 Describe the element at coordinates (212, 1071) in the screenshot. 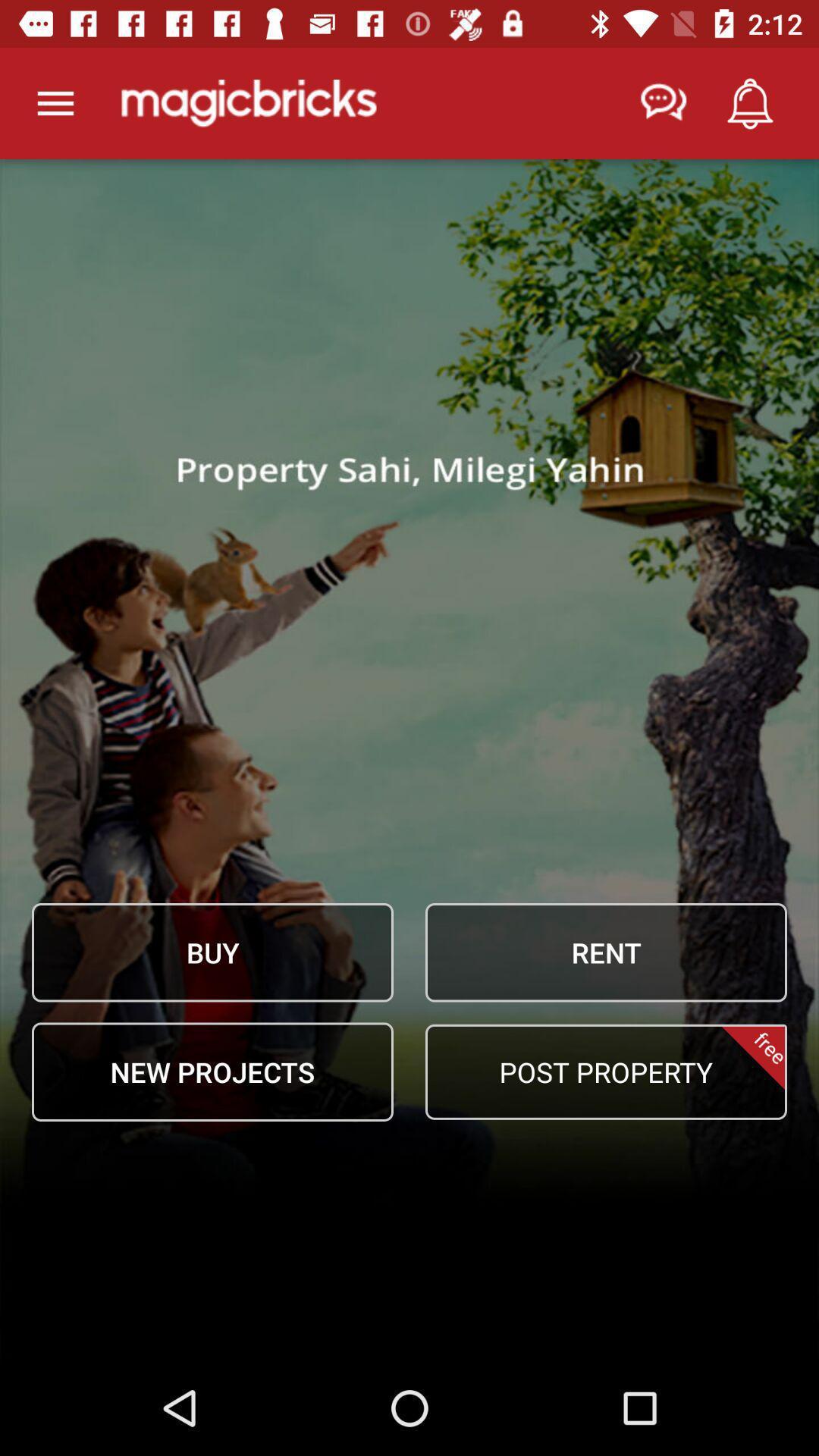

I see `item at the bottom left corner` at that location.